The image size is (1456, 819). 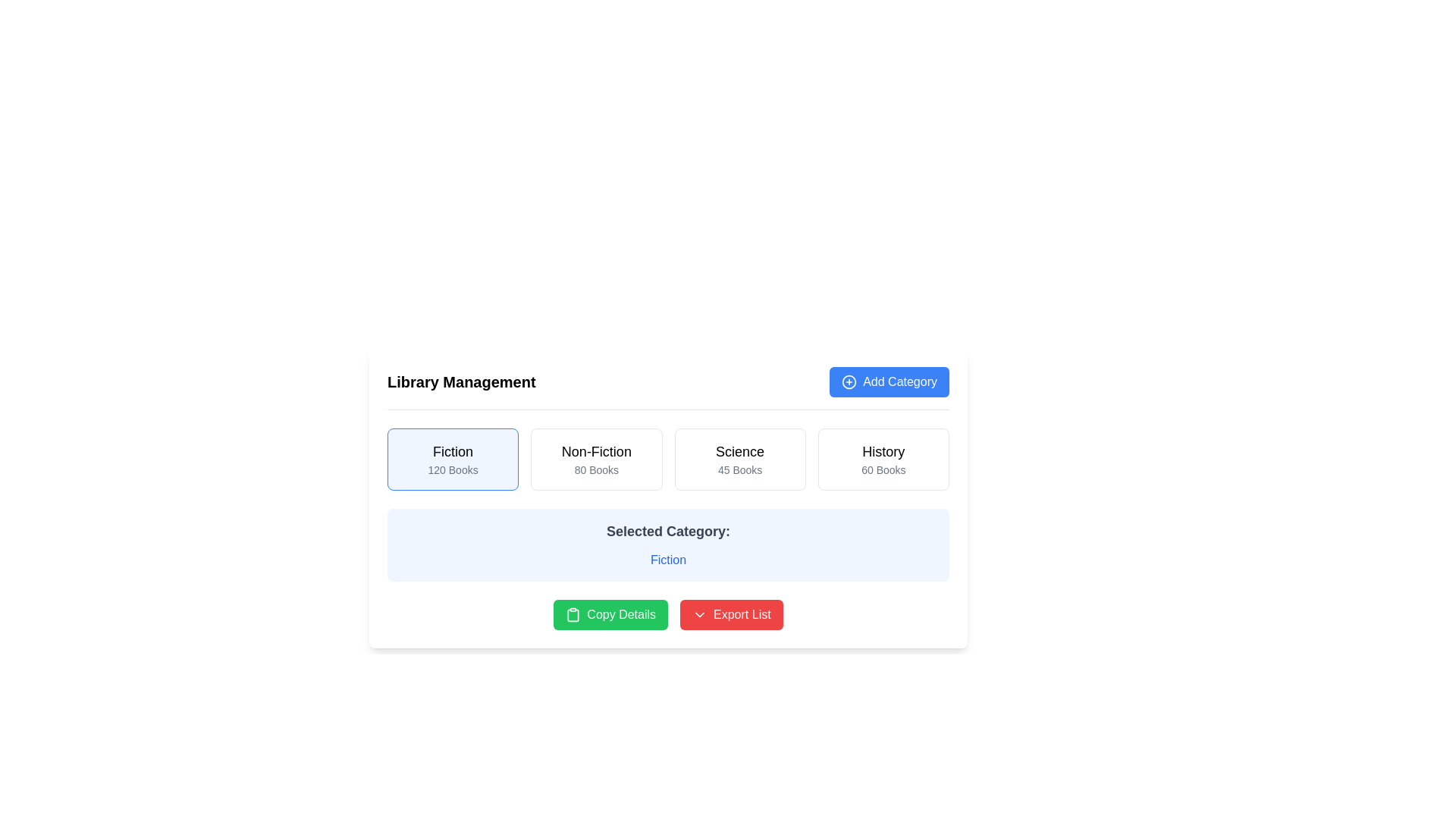 I want to click on the 'History' interactive button or card, which displays the text 'History' in a bold font above '60 Books' in a smaller gray font, located under the 'Library Management' heading, so click(x=883, y=458).